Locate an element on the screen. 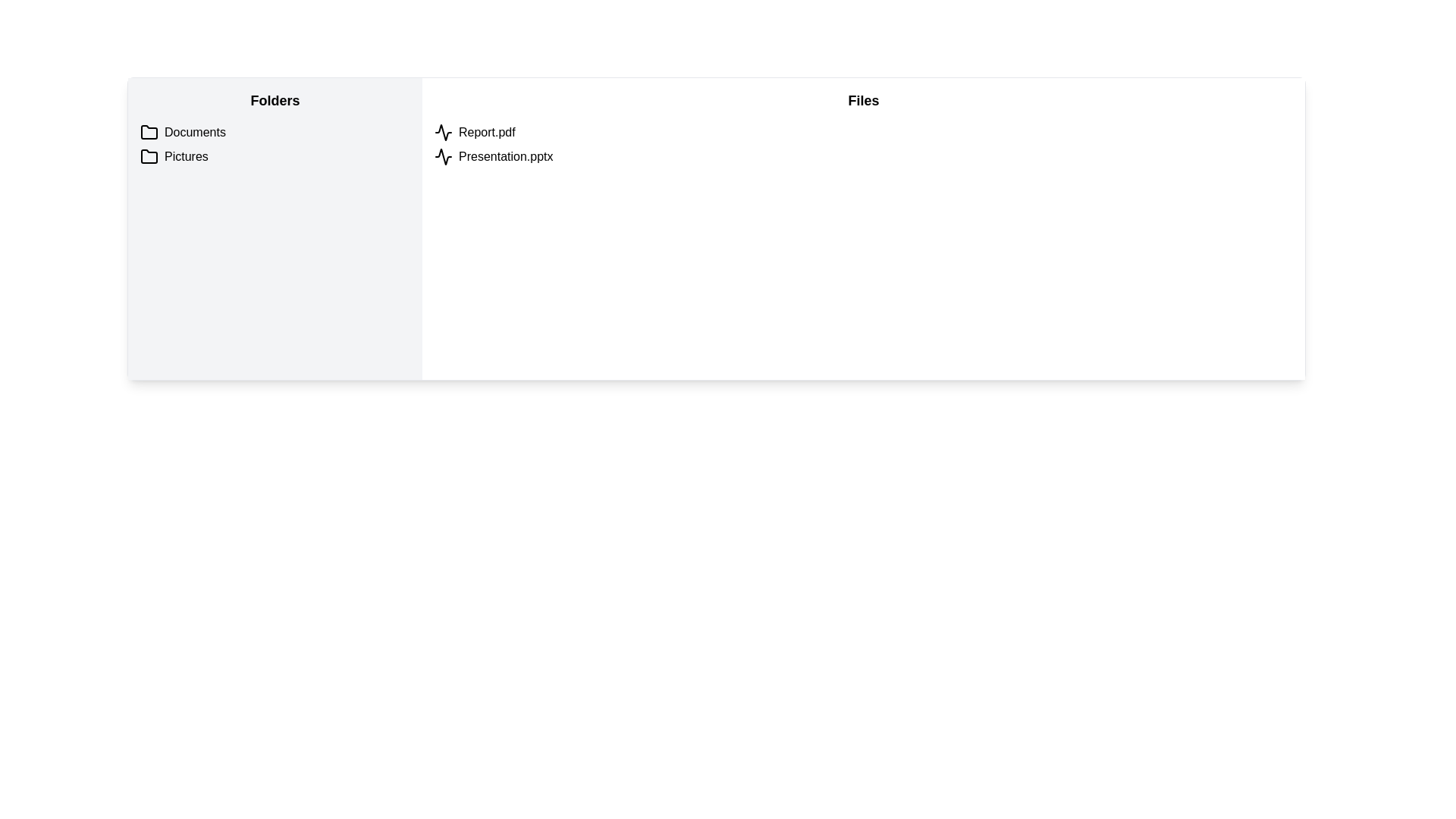 This screenshot has height=819, width=1456. the 'Documents' folder list item, which is the first item in the vertical list within the 'Folders' section is located at coordinates (275, 131).